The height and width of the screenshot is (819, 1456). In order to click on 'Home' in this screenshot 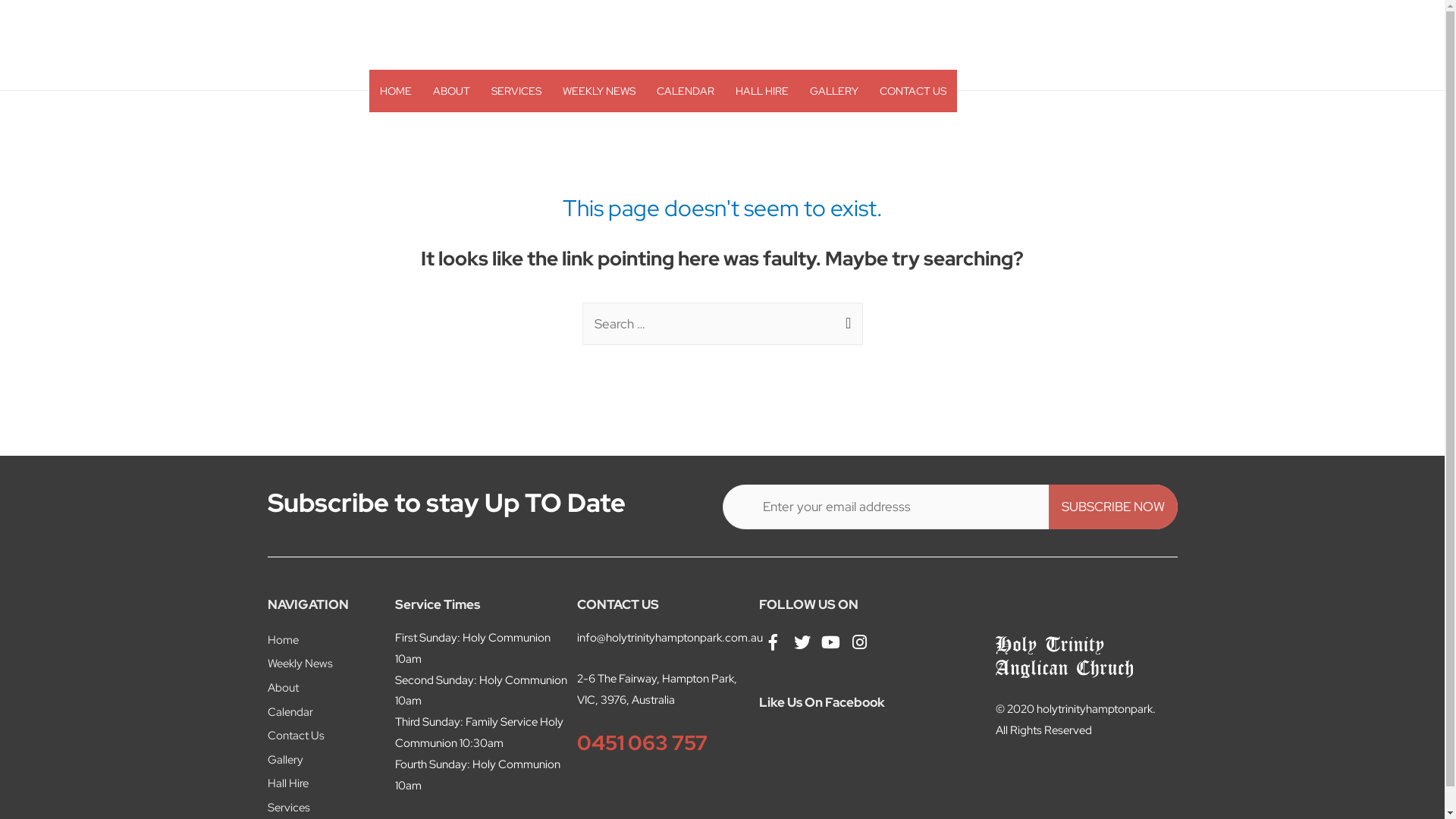, I will do `click(282, 640)`.